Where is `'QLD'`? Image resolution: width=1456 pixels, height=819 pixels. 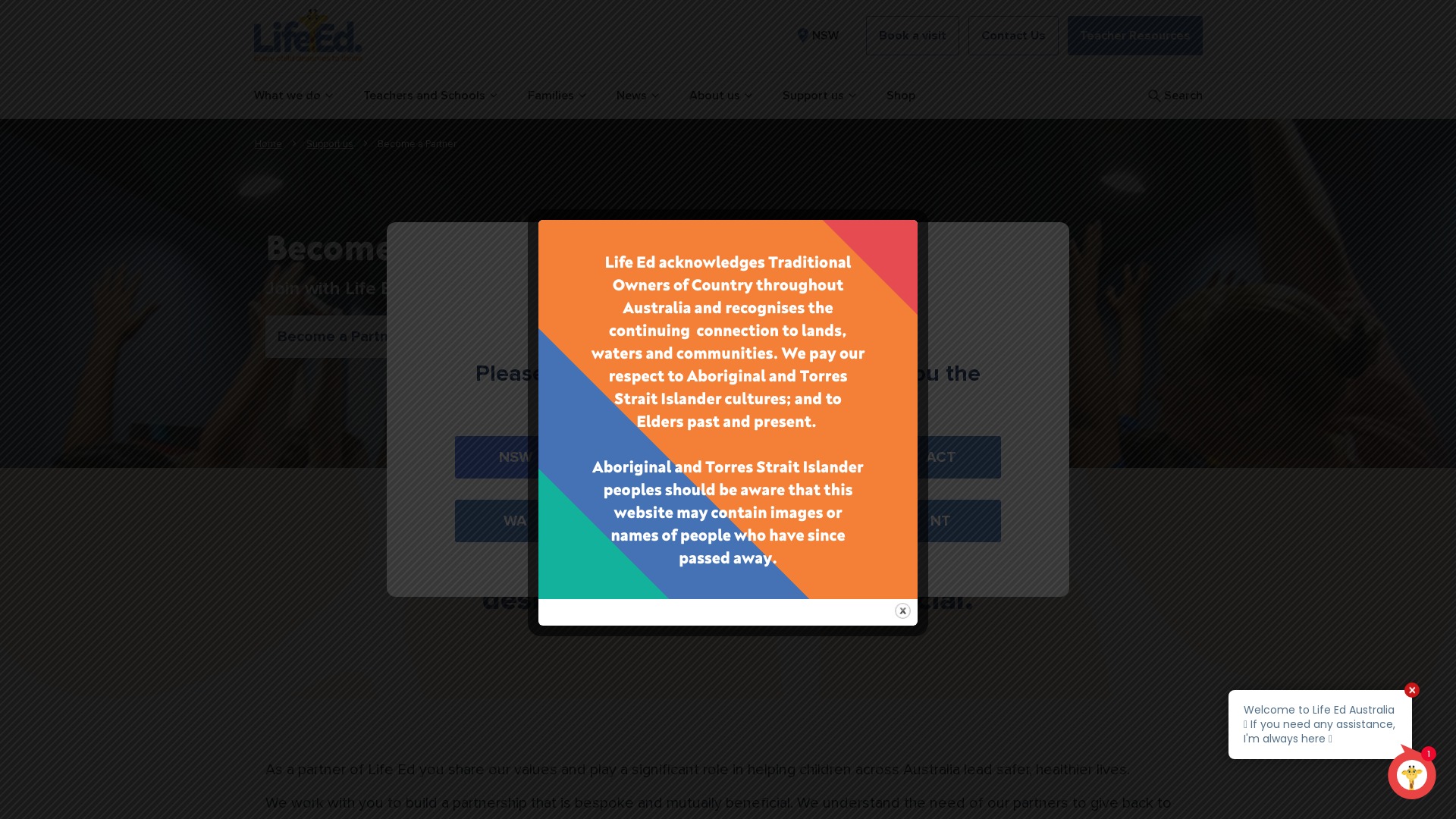 'QLD' is located at coordinates (798, 456).